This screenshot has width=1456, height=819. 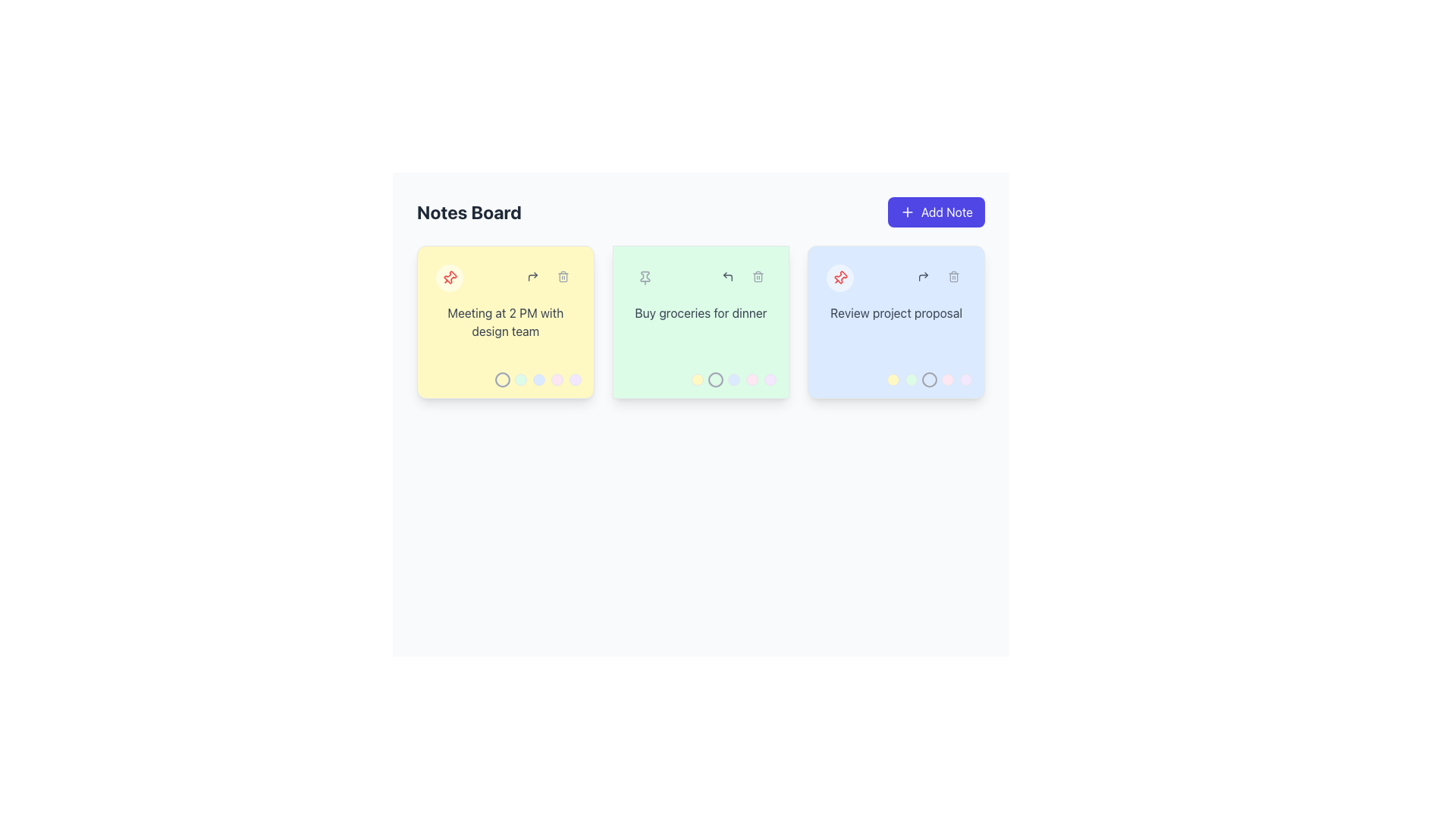 What do you see at coordinates (959, 315) in the screenshot?
I see `the small circular button with a pen icon located at the bottom-right corner of the 'Review project proposal' note card` at bounding box center [959, 315].